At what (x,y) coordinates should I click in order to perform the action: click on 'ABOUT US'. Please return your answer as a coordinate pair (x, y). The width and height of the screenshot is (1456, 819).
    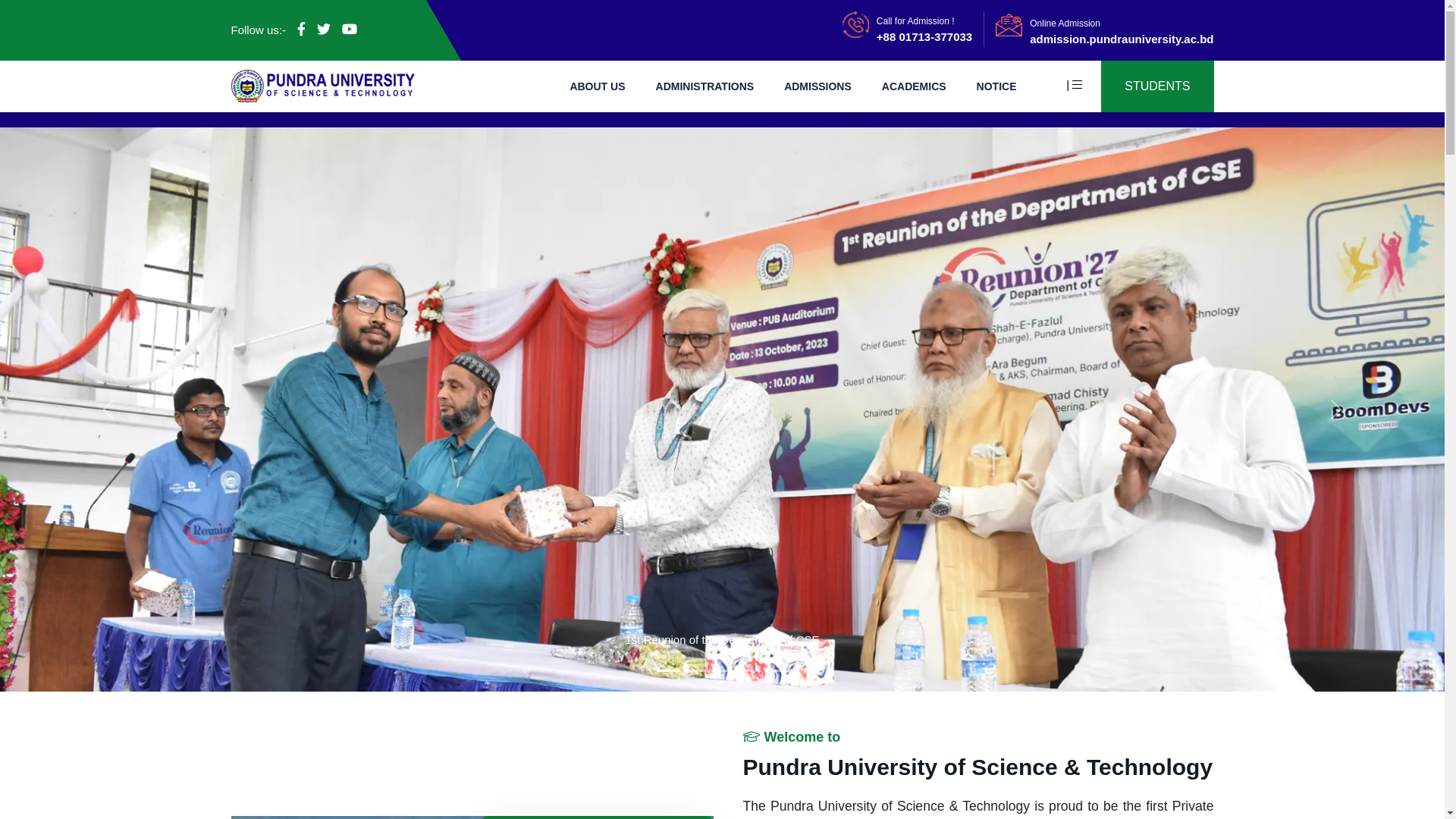
    Looking at the image, I should click on (568, 85).